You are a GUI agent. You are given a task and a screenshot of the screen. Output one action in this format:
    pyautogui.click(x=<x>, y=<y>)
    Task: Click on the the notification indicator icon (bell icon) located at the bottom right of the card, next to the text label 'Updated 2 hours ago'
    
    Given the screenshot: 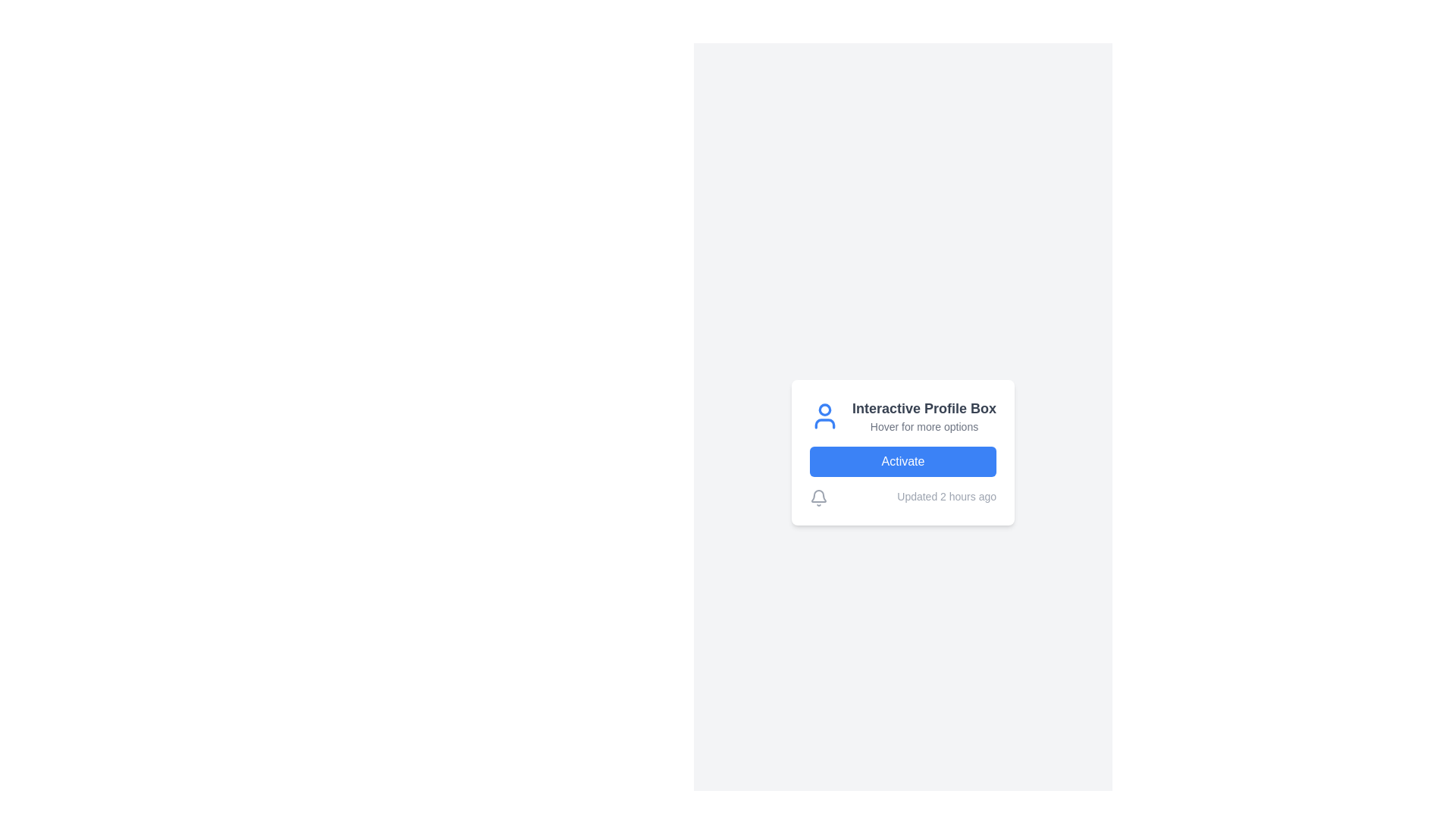 What is the action you would take?
    pyautogui.click(x=818, y=497)
    